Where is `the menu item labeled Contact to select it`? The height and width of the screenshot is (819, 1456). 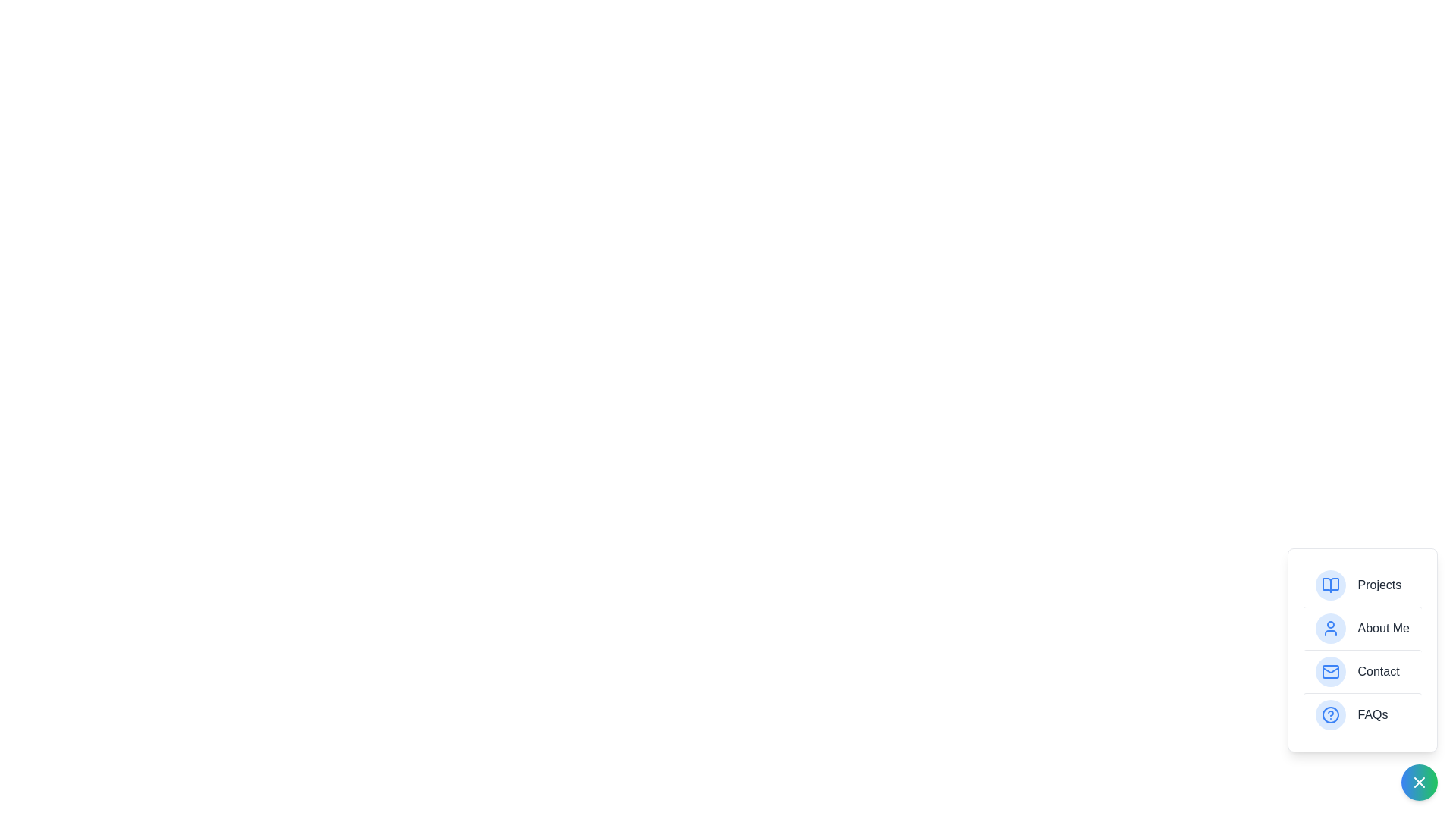
the menu item labeled Contact to select it is located at coordinates (1362, 670).